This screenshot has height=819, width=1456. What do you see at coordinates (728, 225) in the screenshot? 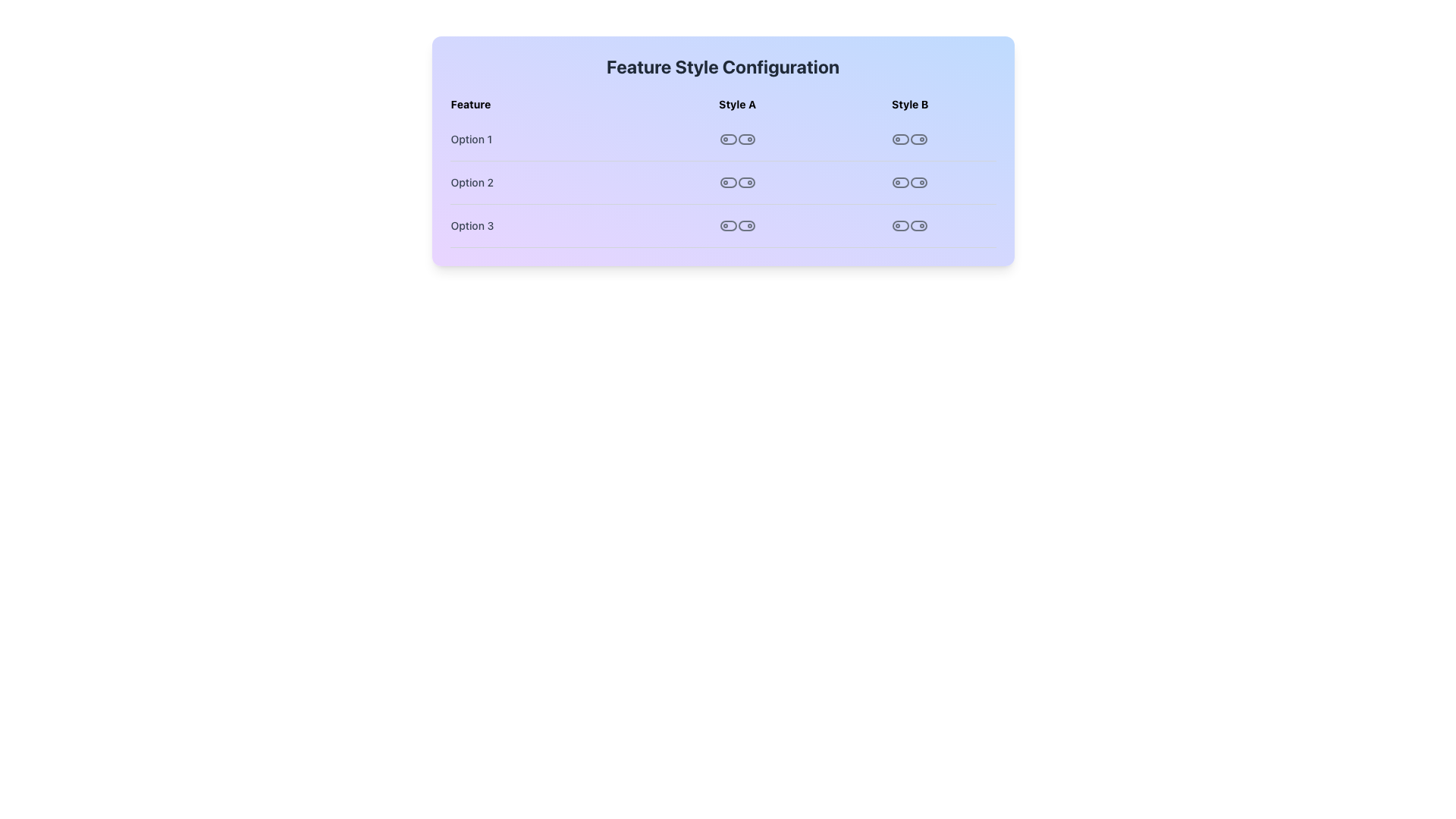
I see `the Toggle switch background located in the 'Style A' column under 'Option 3' in the 'Feature Style Configuration' table` at bounding box center [728, 225].